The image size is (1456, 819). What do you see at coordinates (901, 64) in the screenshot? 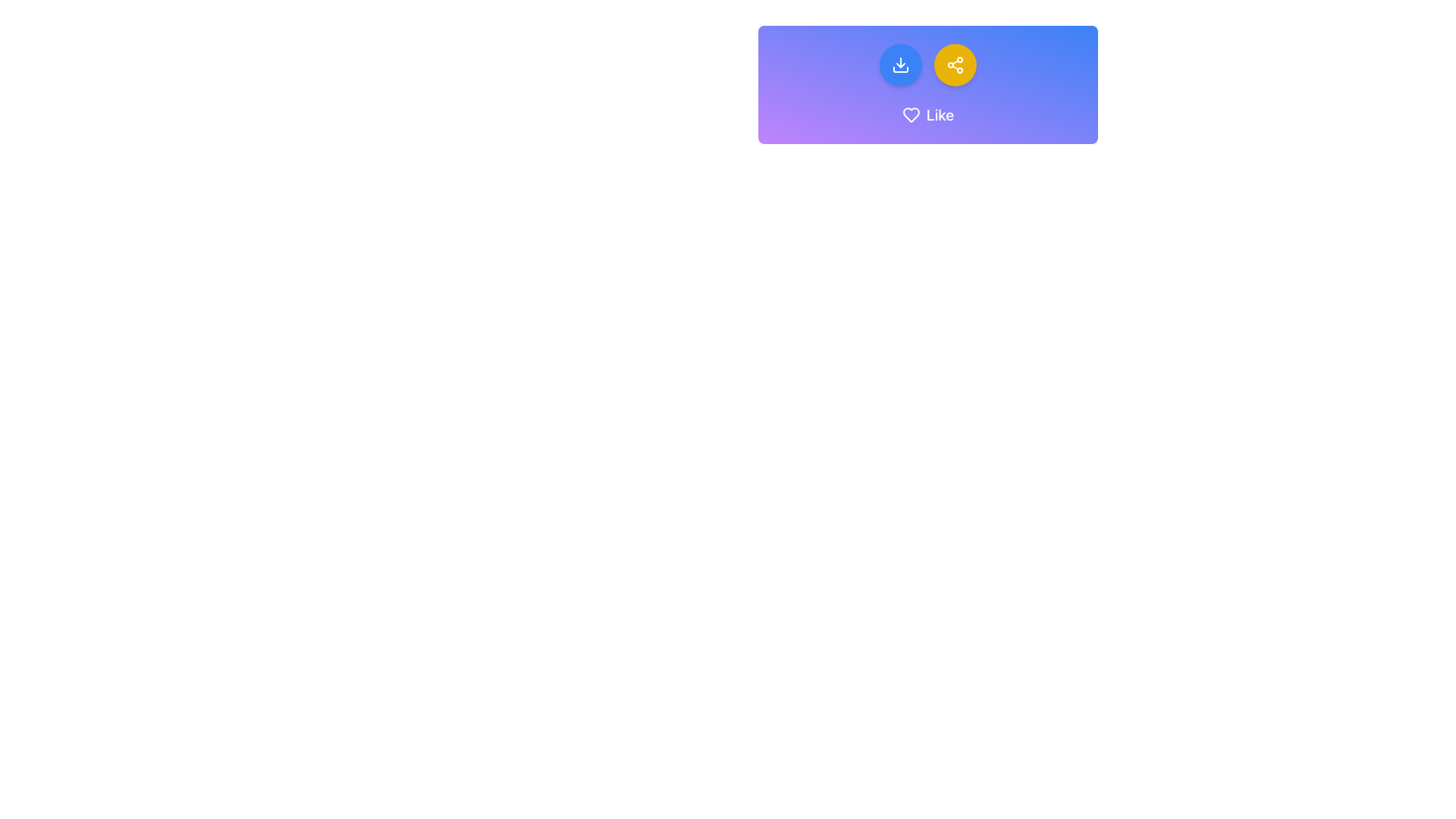
I see `the download icon button, which is a blue circular button with a downward arrow and a line below it, located at the top left of the interface` at bounding box center [901, 64].